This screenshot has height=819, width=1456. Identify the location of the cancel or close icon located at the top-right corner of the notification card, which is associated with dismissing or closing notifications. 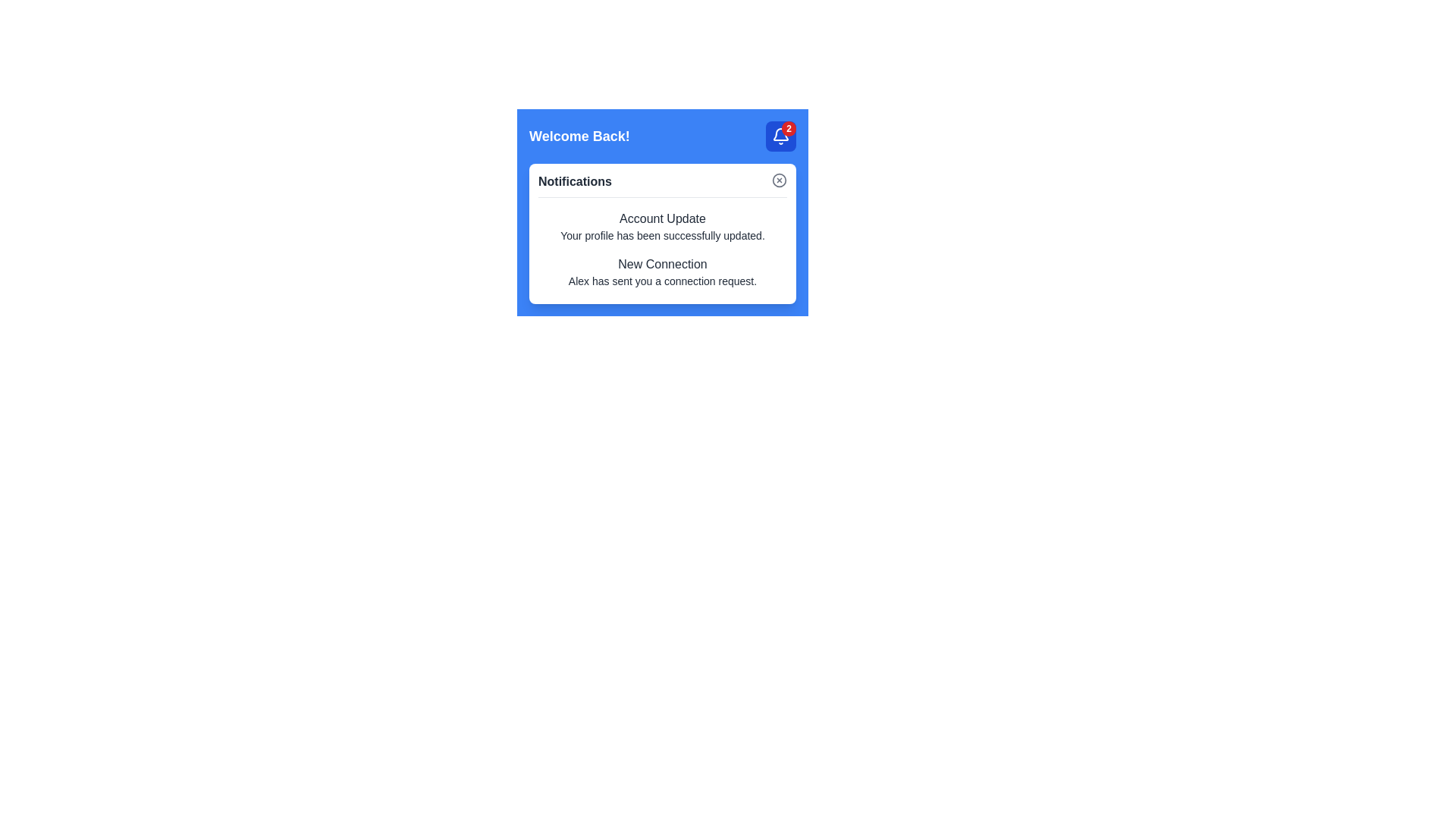
(779, 180).